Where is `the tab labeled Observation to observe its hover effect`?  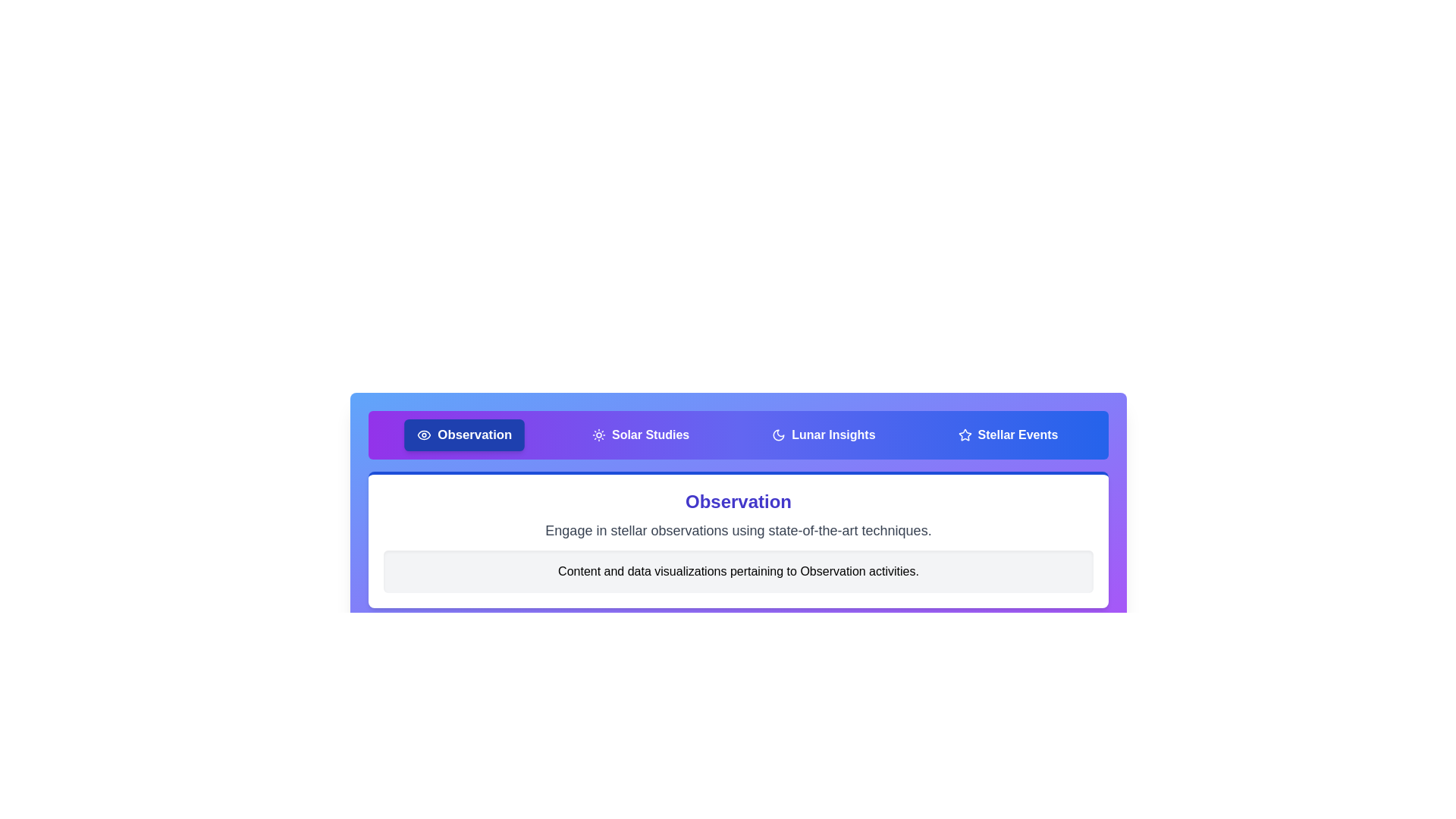 the tab labeled Observation to observe its hover effect is located at coordinates (463, 435).